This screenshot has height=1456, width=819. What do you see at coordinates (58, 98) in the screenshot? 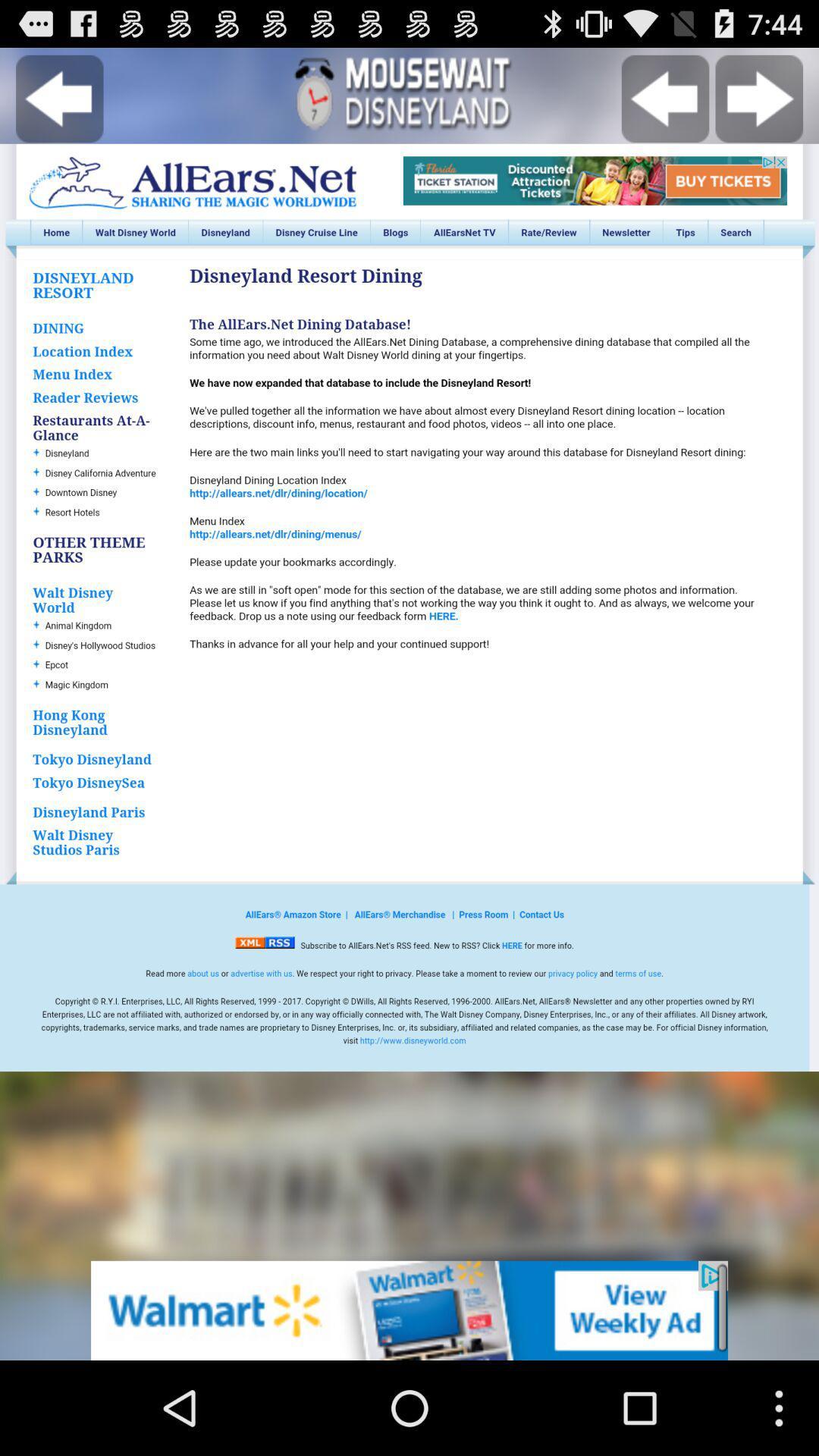
I see `go back` at bounding box center [58, 98].